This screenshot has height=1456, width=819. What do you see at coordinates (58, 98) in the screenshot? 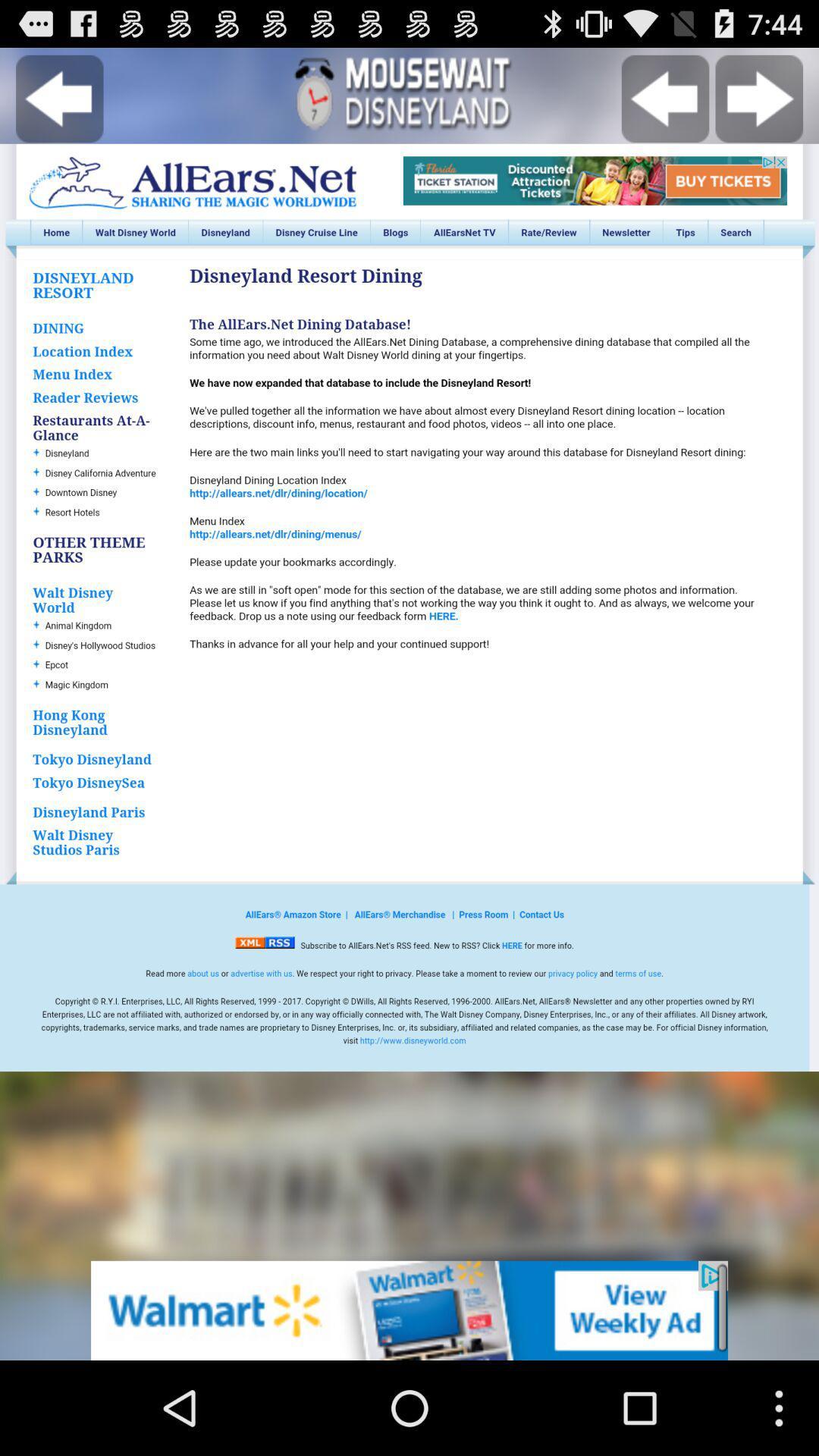
I see `go back` at bounding box center [58, 98].